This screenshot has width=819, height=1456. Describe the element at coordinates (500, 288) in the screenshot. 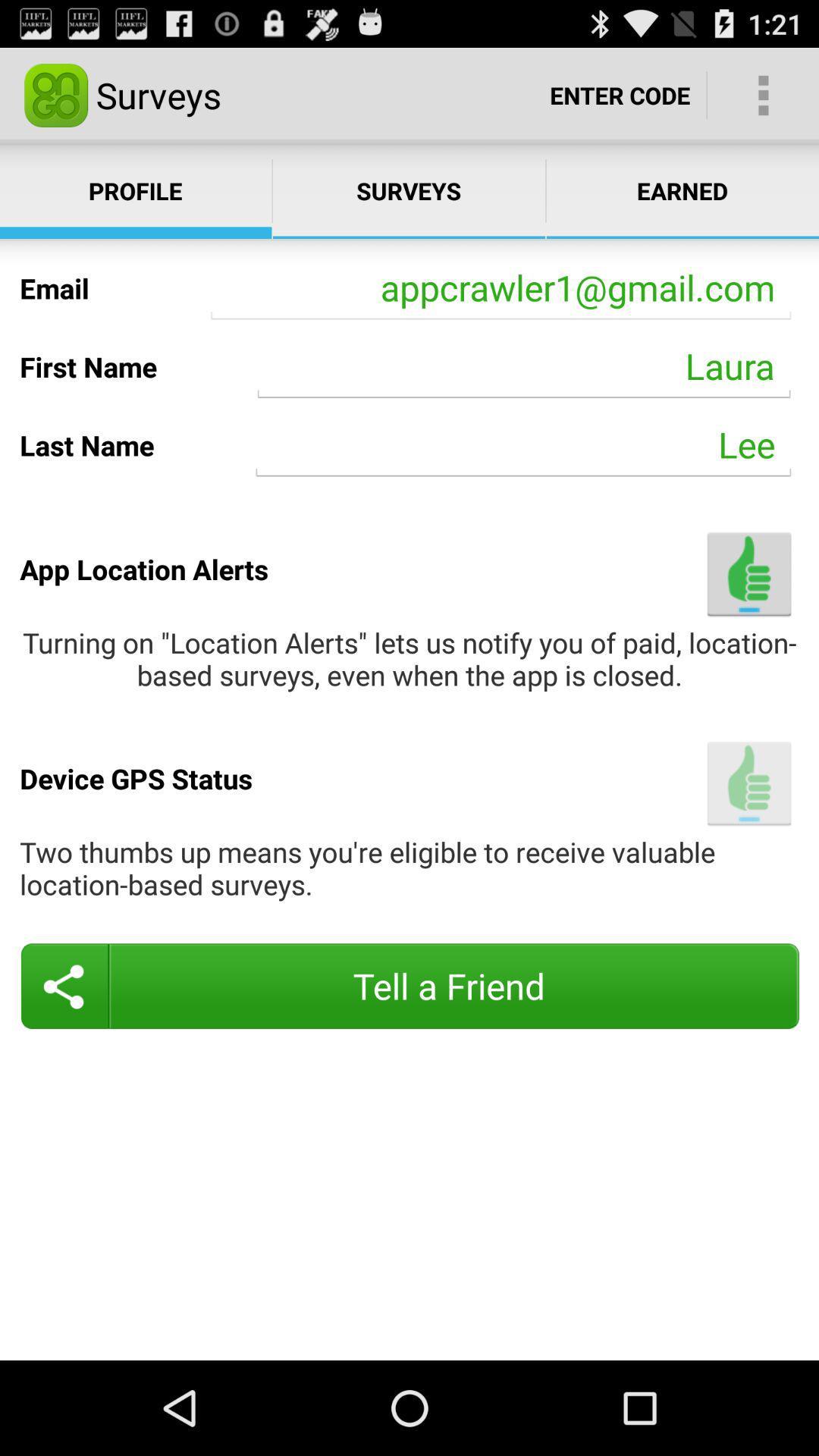

I see `the icon to the right of email item` at that location.